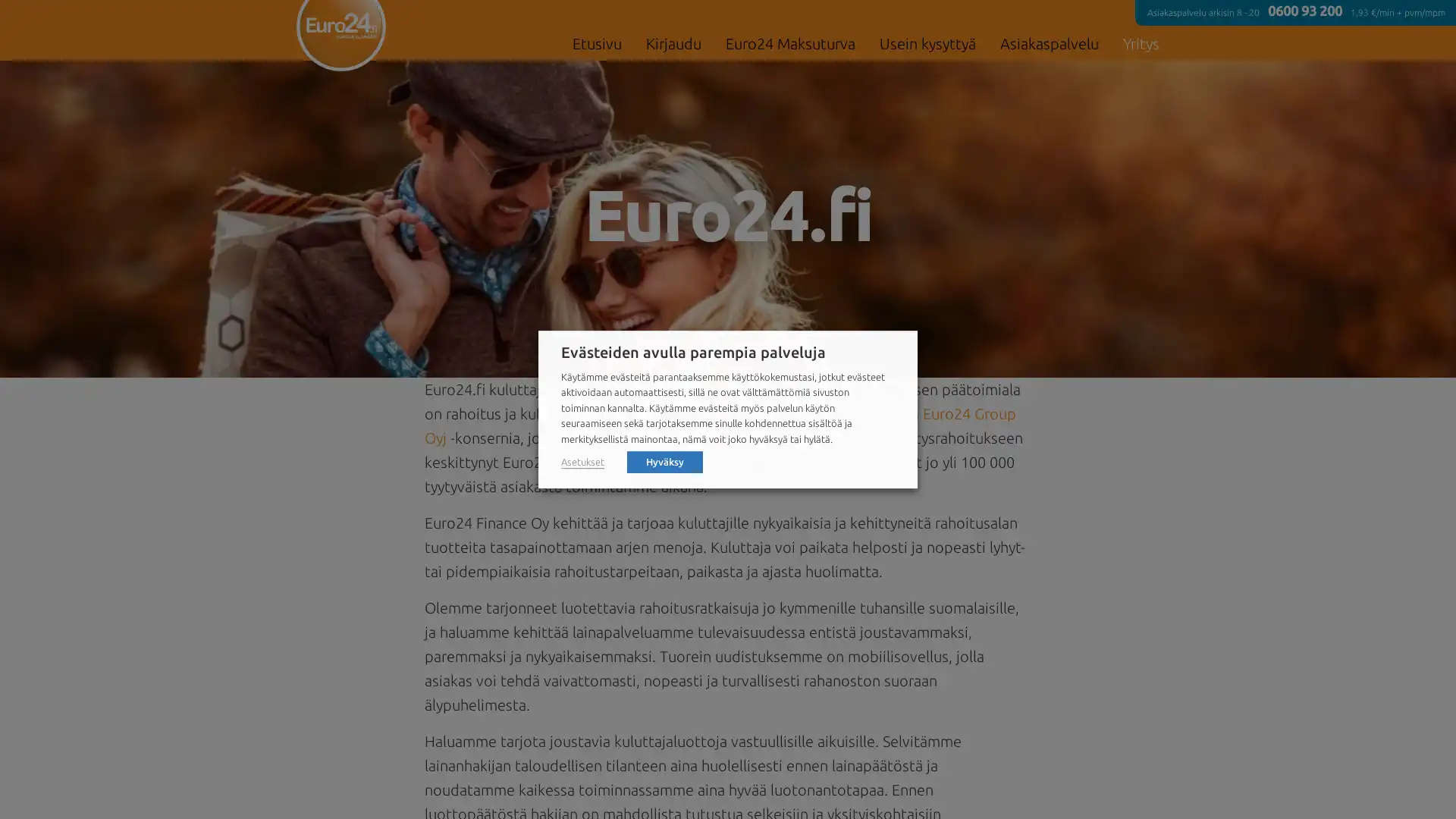 This screenshot has width=1456, height=819. What do you see at coordinates (665, 460) in the screenshot?
I see `Hyvaksy` at bounding box center [665, 460].